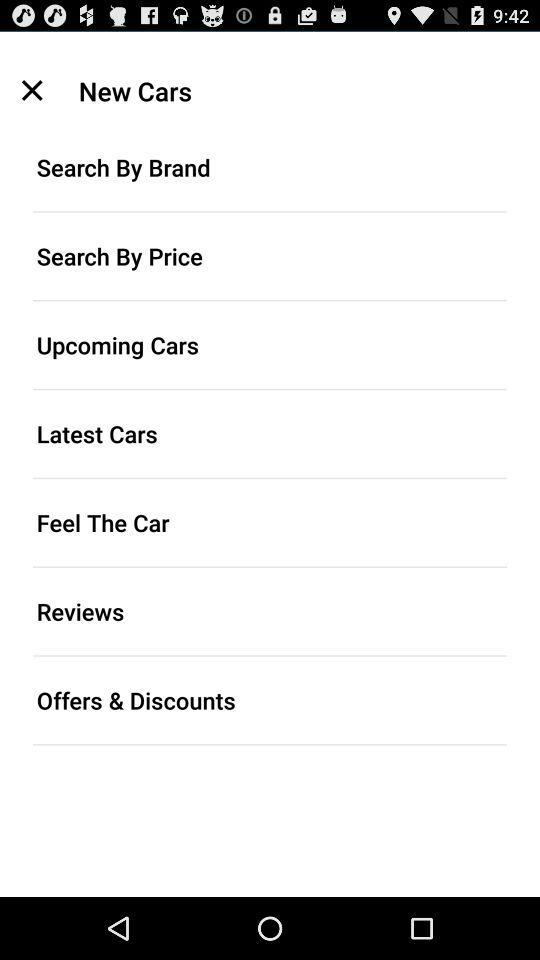  Describe the element at coordinates (31, 90) in the screenshot. I see `menu` at that location.